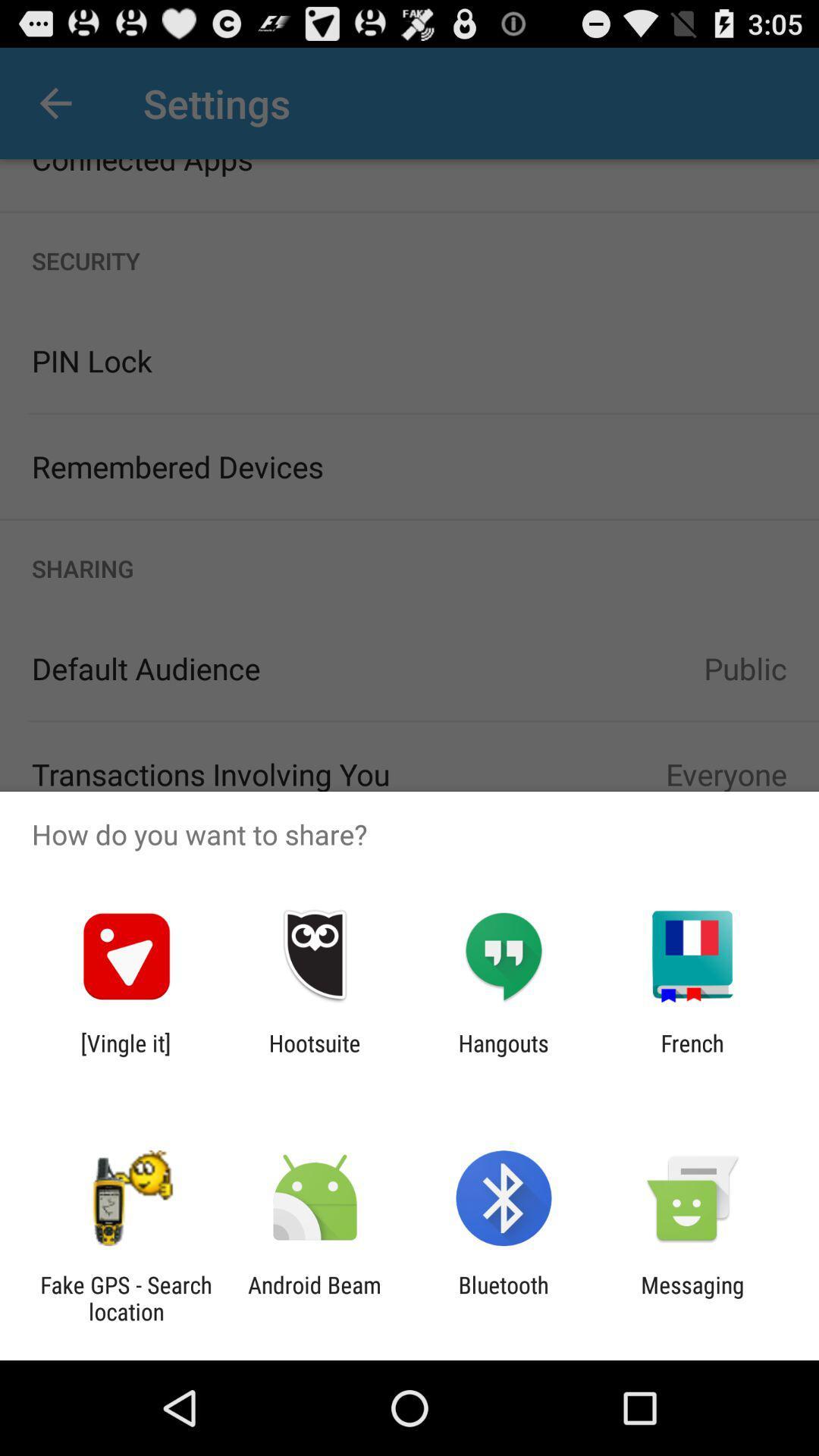  What do you see at coordinates (314, 1056) in the screenshot?
I see `hootsuite` at bounding box center [314, 1056].